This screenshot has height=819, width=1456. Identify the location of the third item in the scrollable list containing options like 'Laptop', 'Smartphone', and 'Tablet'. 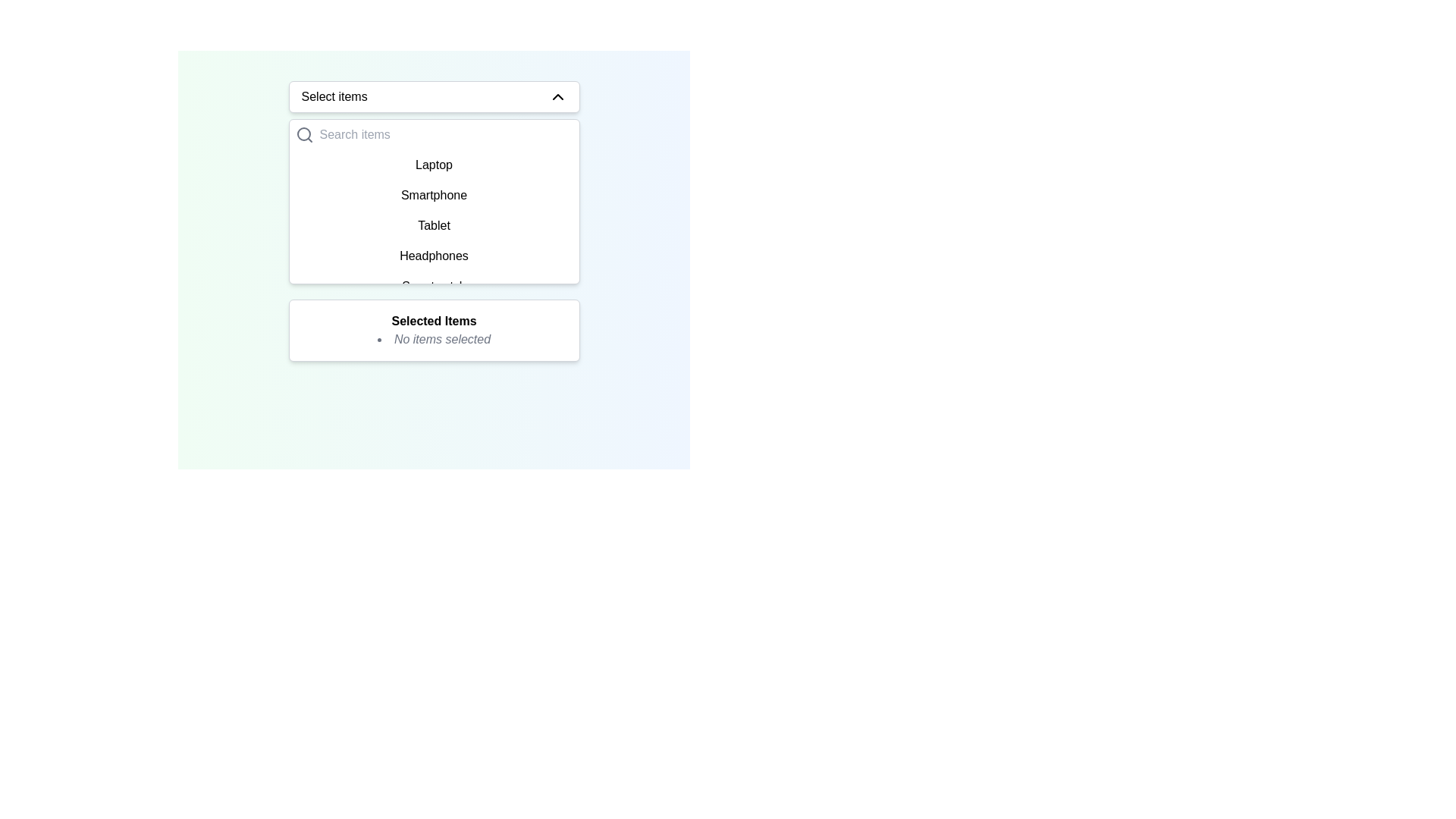
(433, 216).